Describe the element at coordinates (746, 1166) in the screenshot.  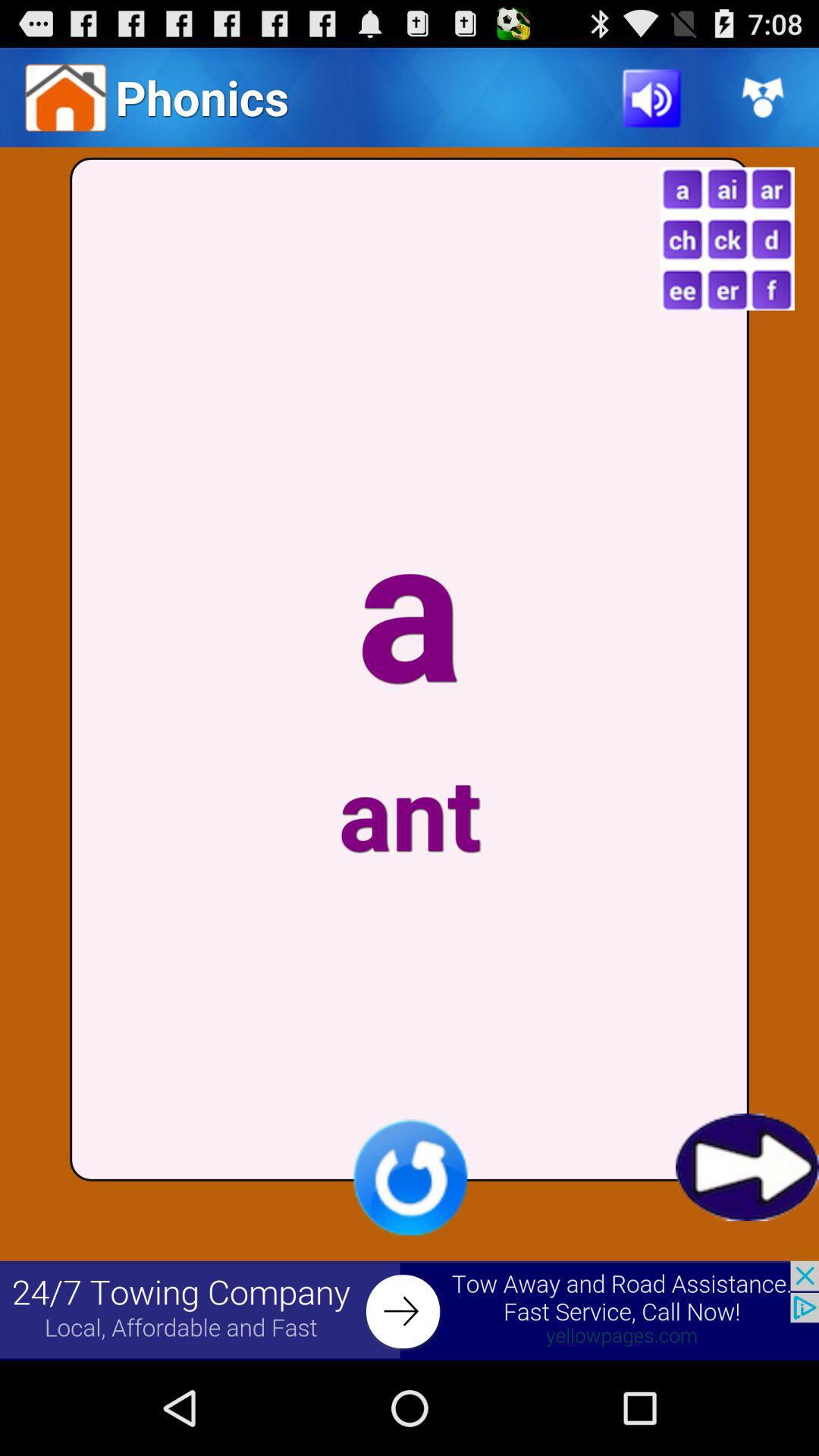
I see `next page` at that location.